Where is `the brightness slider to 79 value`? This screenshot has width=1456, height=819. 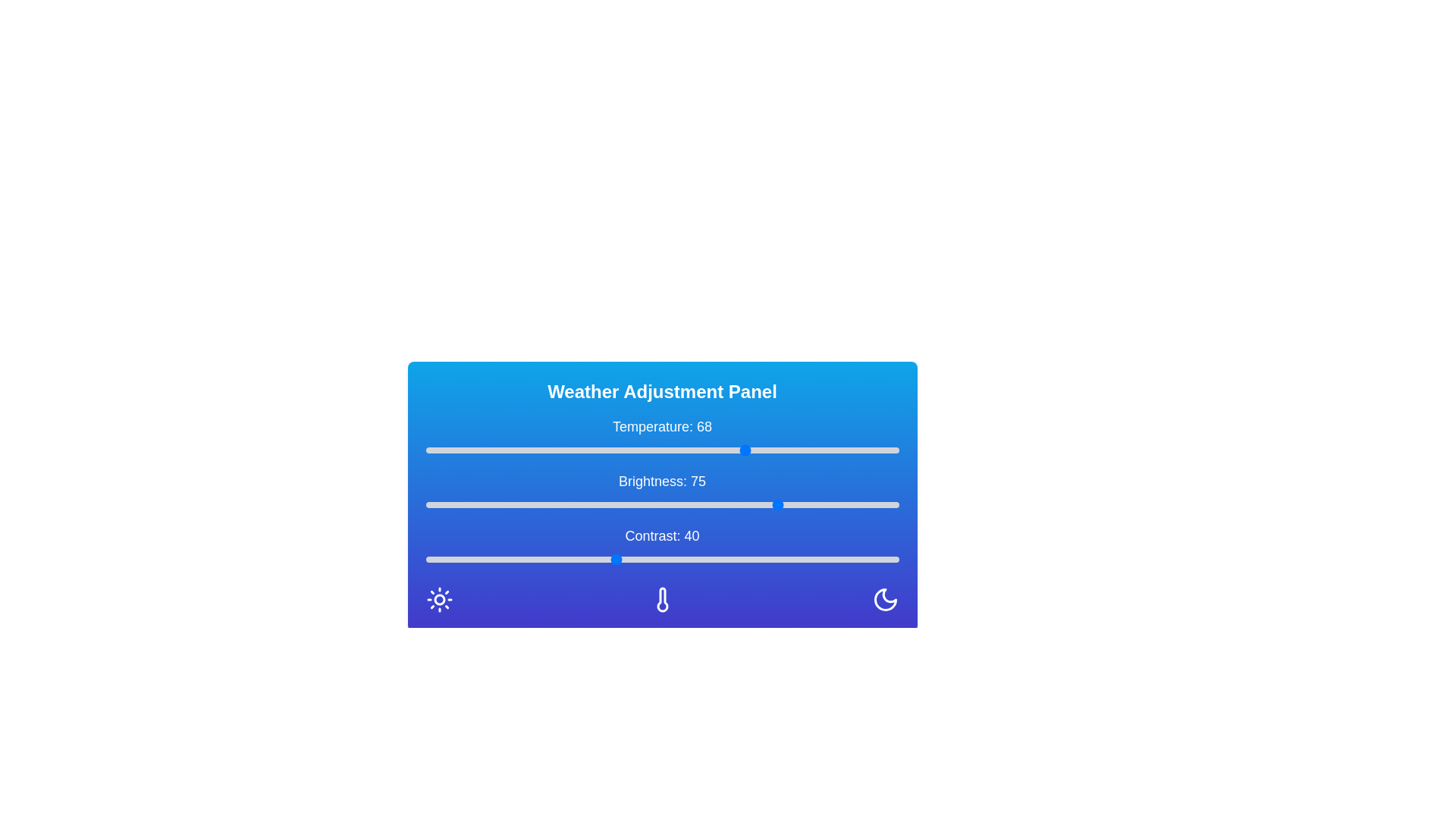 the brightness slider to 79 value is located at coordinates (799, 505).